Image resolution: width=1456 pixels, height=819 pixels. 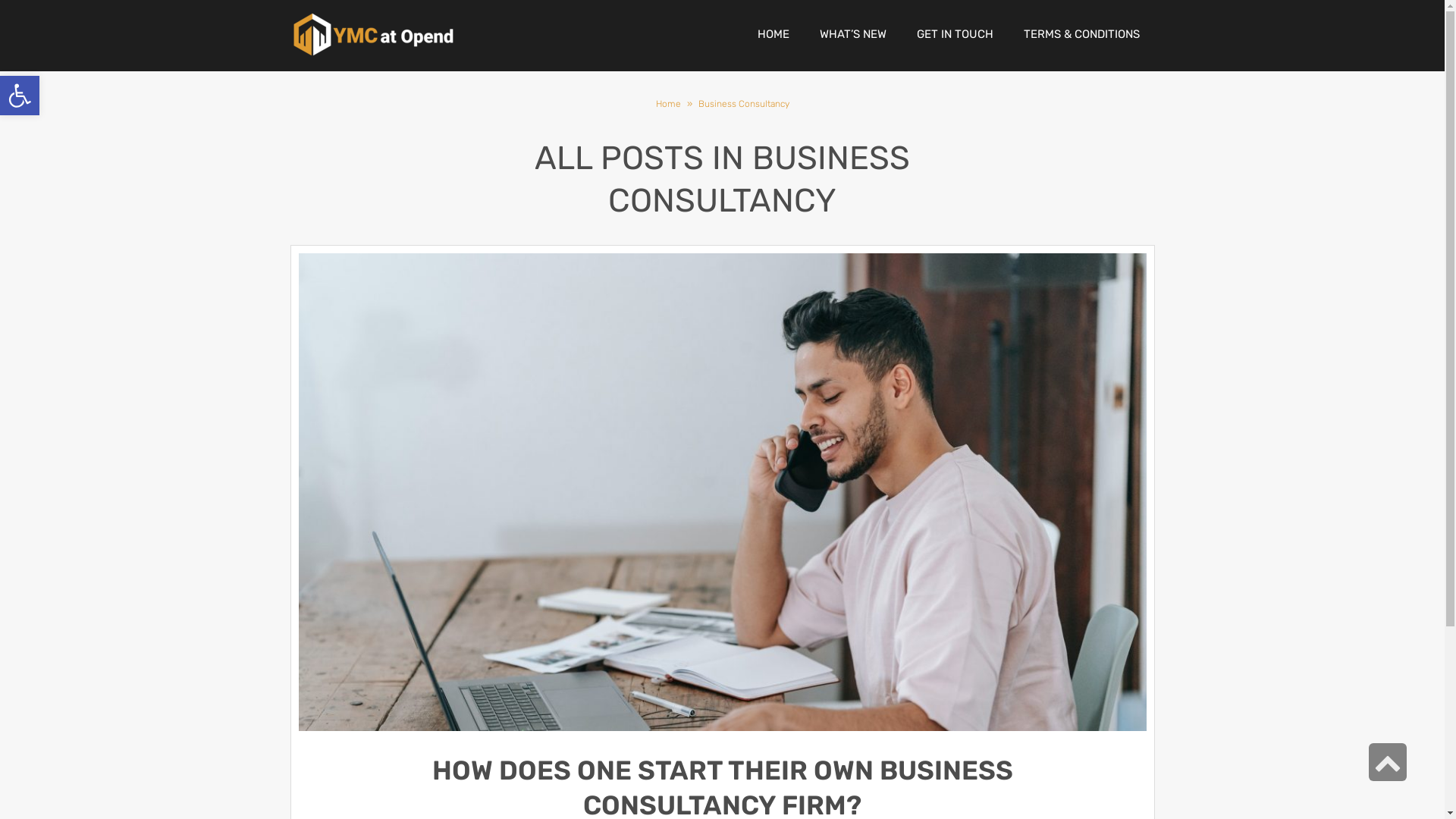 I want to click on 'TERMS & CONDITIONS', so click(x=1081, y=34).